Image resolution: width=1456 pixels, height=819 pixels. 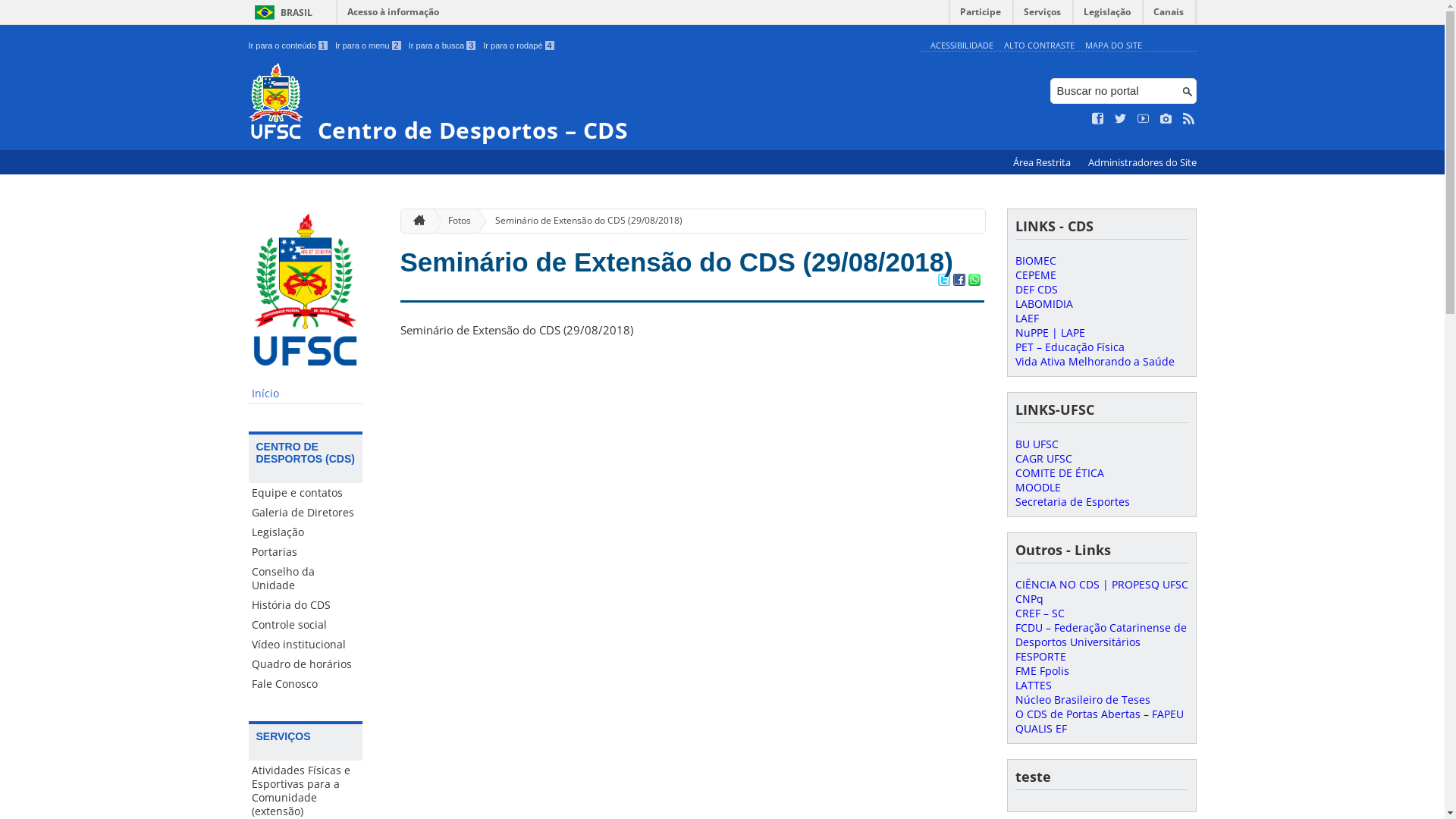 What do you see at coordinates (305, 493) in the screenshot?
I see `'Equipe e contatos'` at bounding box center [305, 493].